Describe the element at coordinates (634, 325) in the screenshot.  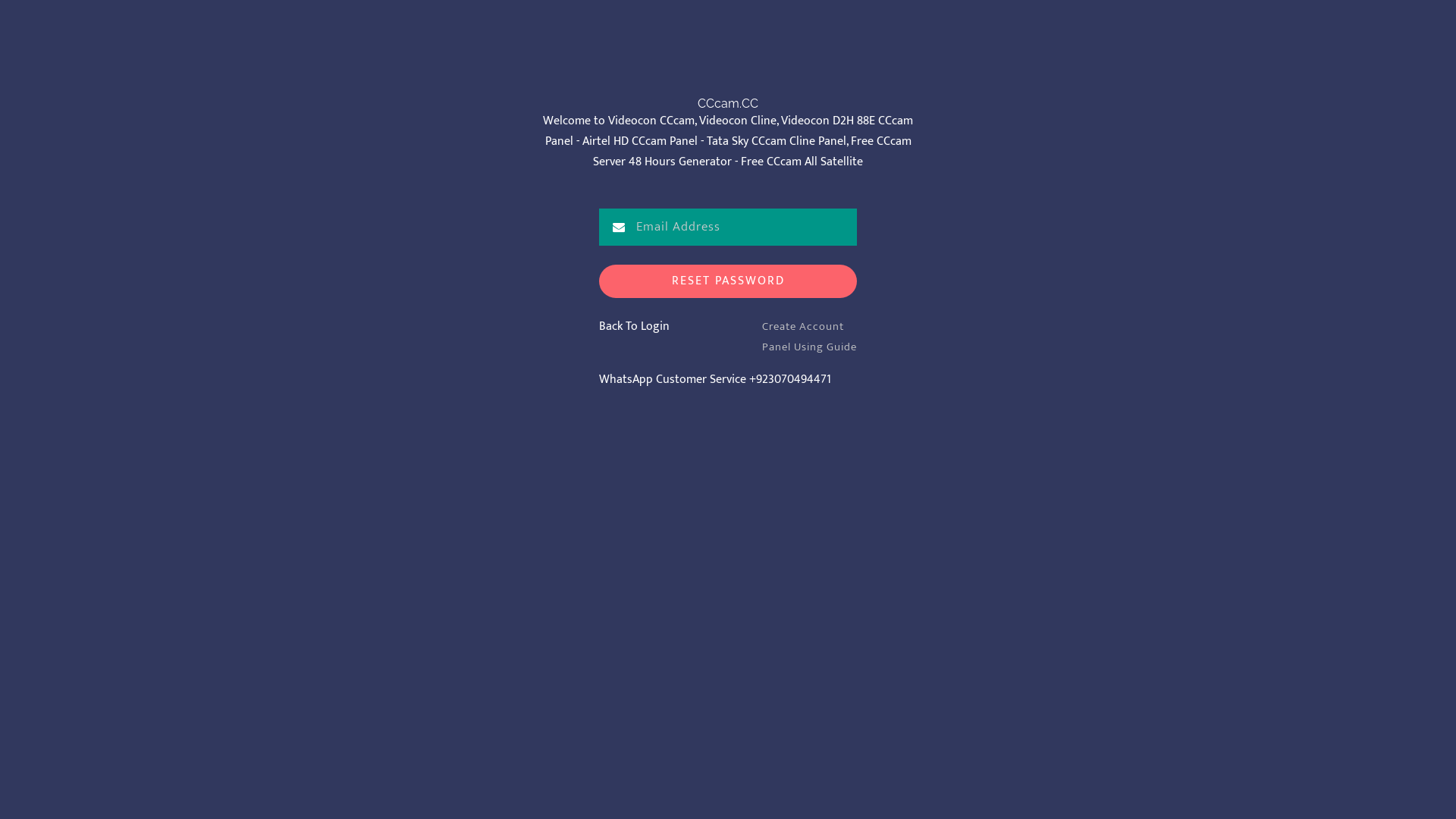
I see `'Back To Login'` at that location.